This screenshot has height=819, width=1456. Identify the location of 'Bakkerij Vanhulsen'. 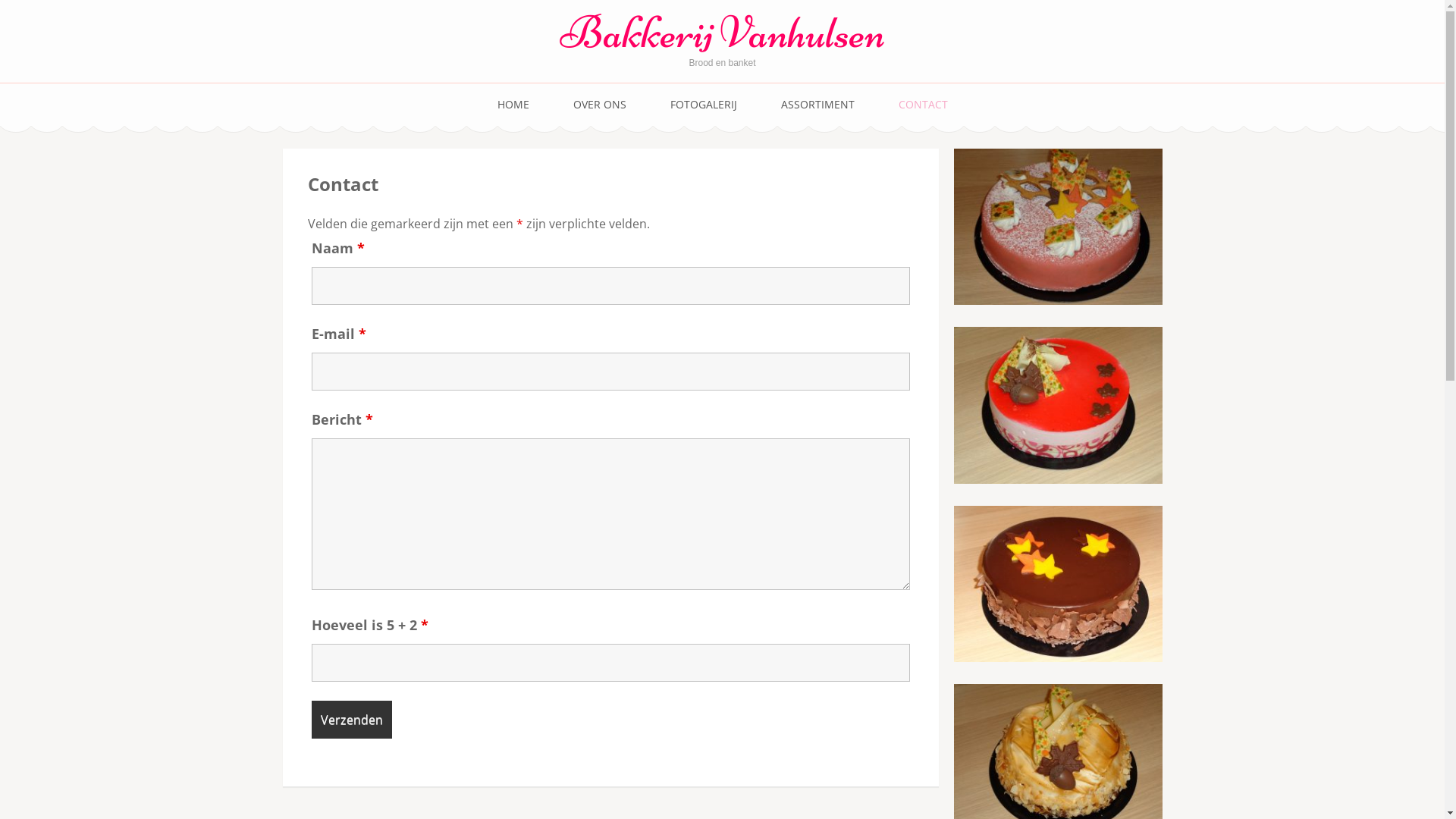
(720, 32).